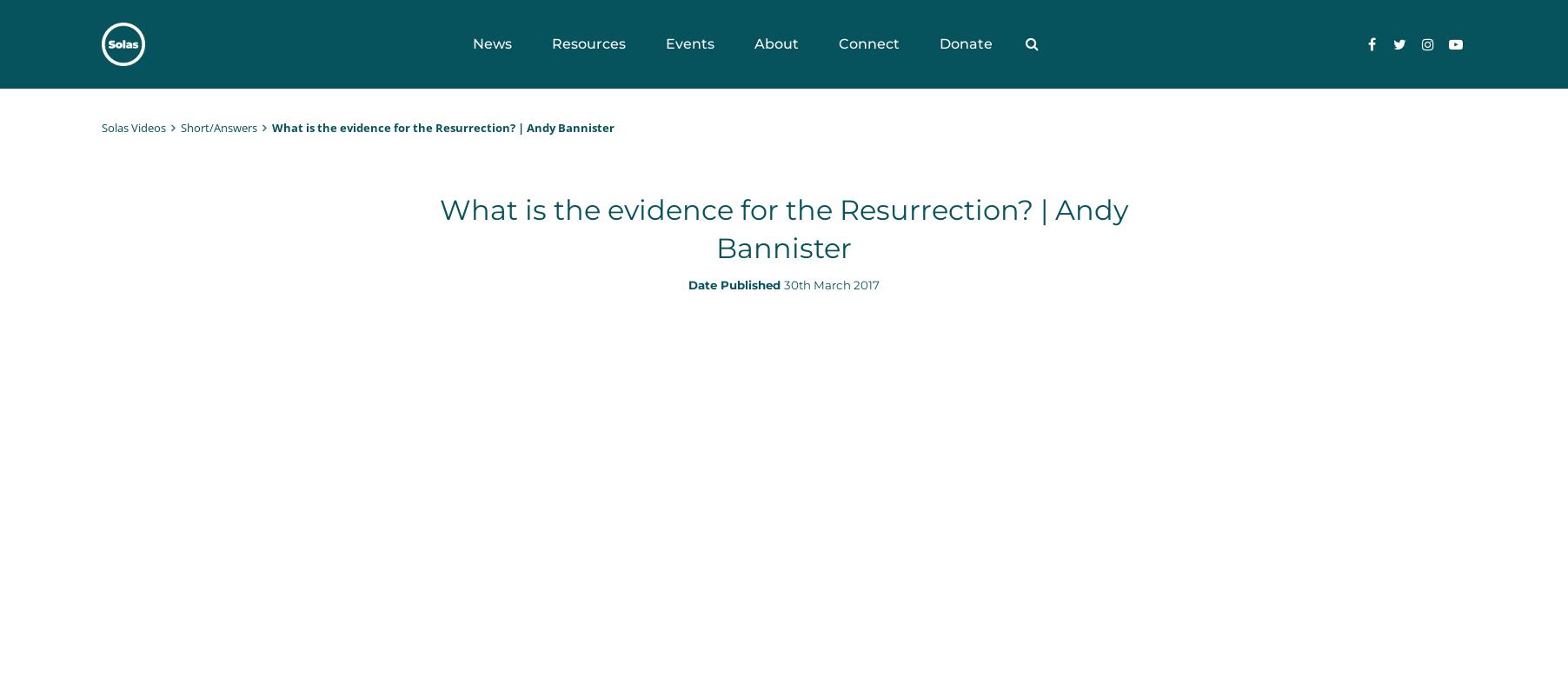 Image resolution: width=1568 pixels, height=690 pixels. Describe the element at coordinates (549, 43) in the screenshot. I see `'Resources'` at that location.